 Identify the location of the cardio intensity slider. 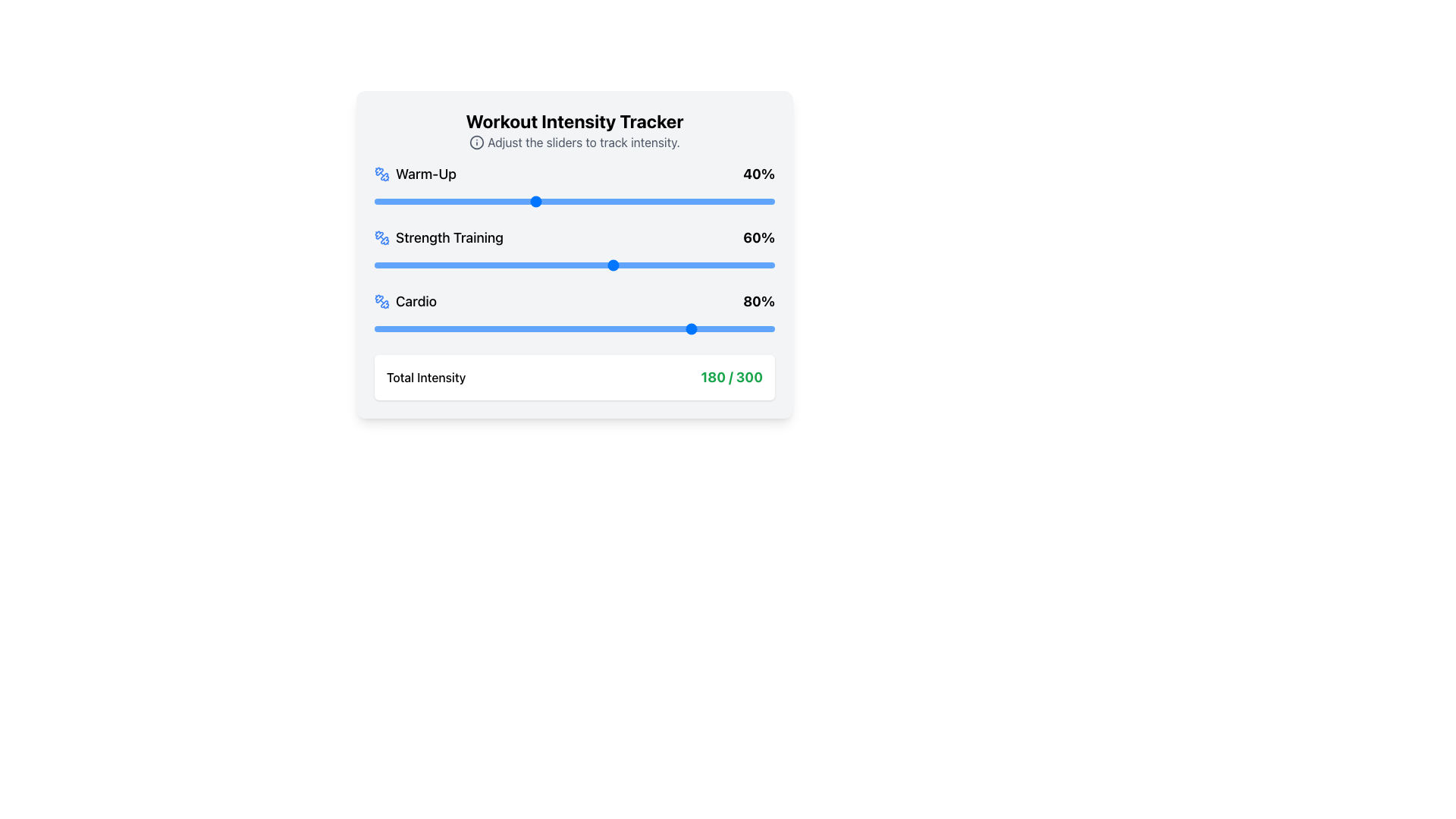
(535, 328).